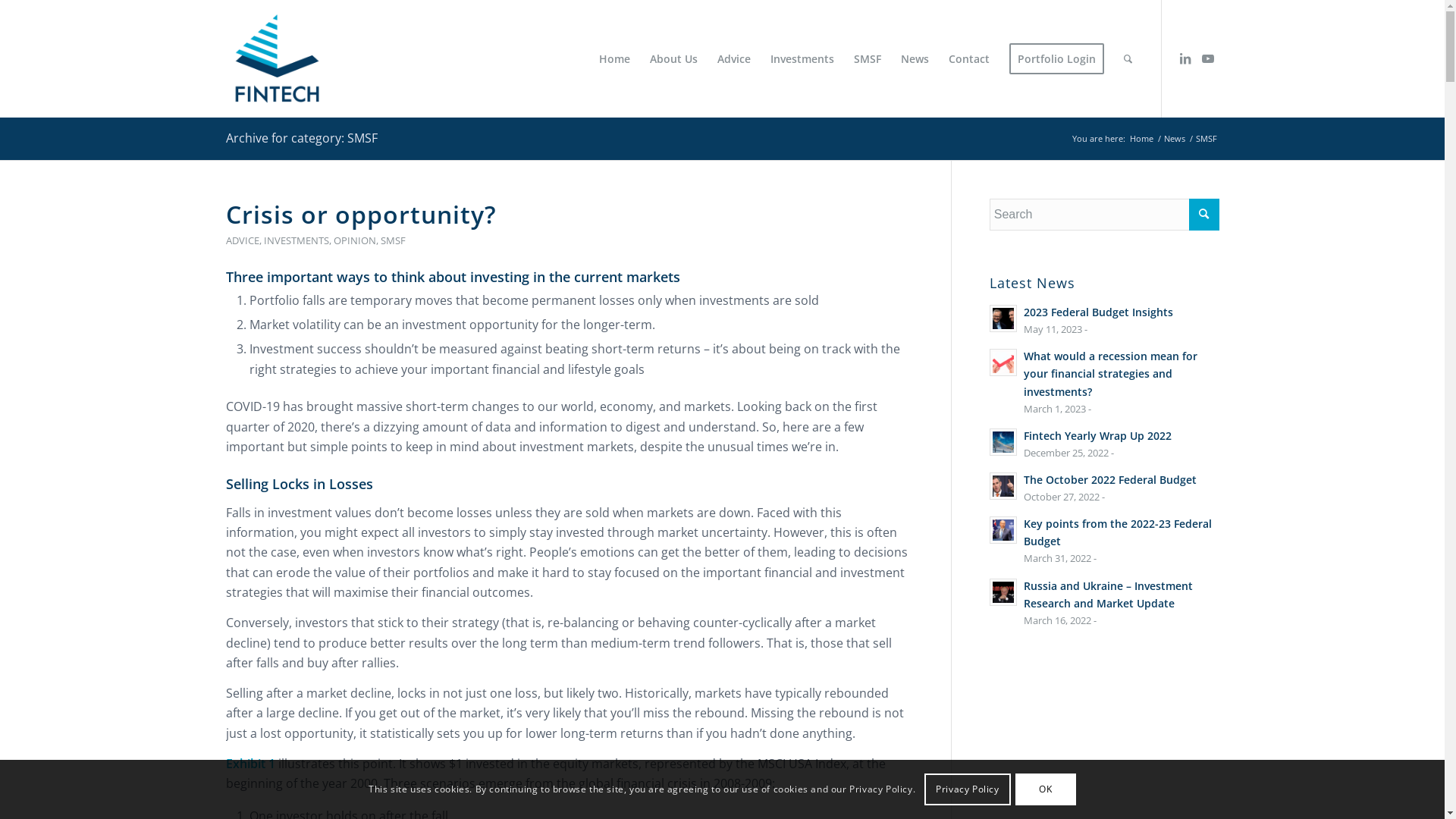 The height and width of the screenshot is (819, 1456). I want to click on 'SMSF', so click(866, 58).